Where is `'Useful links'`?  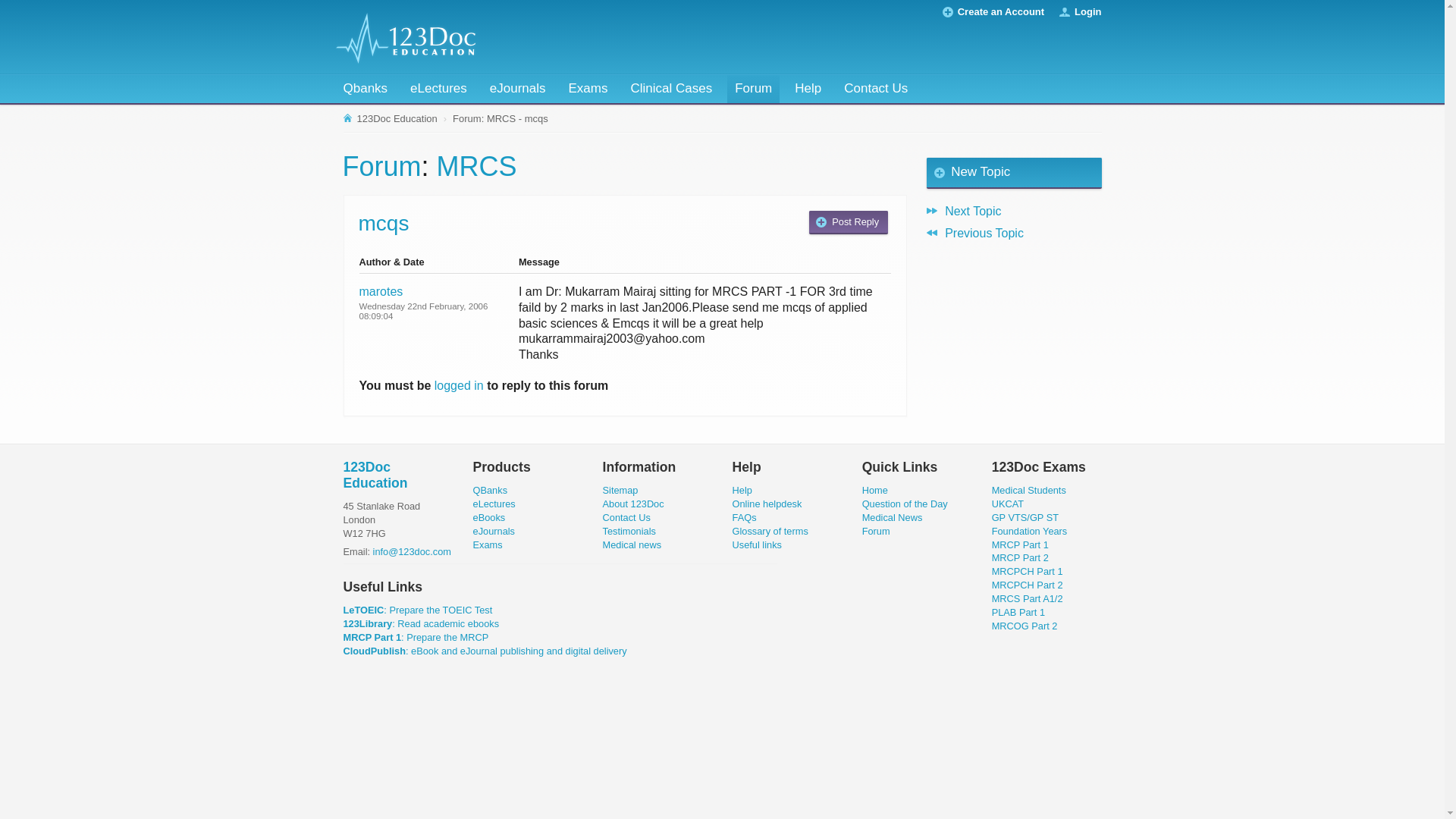 'Useful links' is located at coordinates (757, 544).